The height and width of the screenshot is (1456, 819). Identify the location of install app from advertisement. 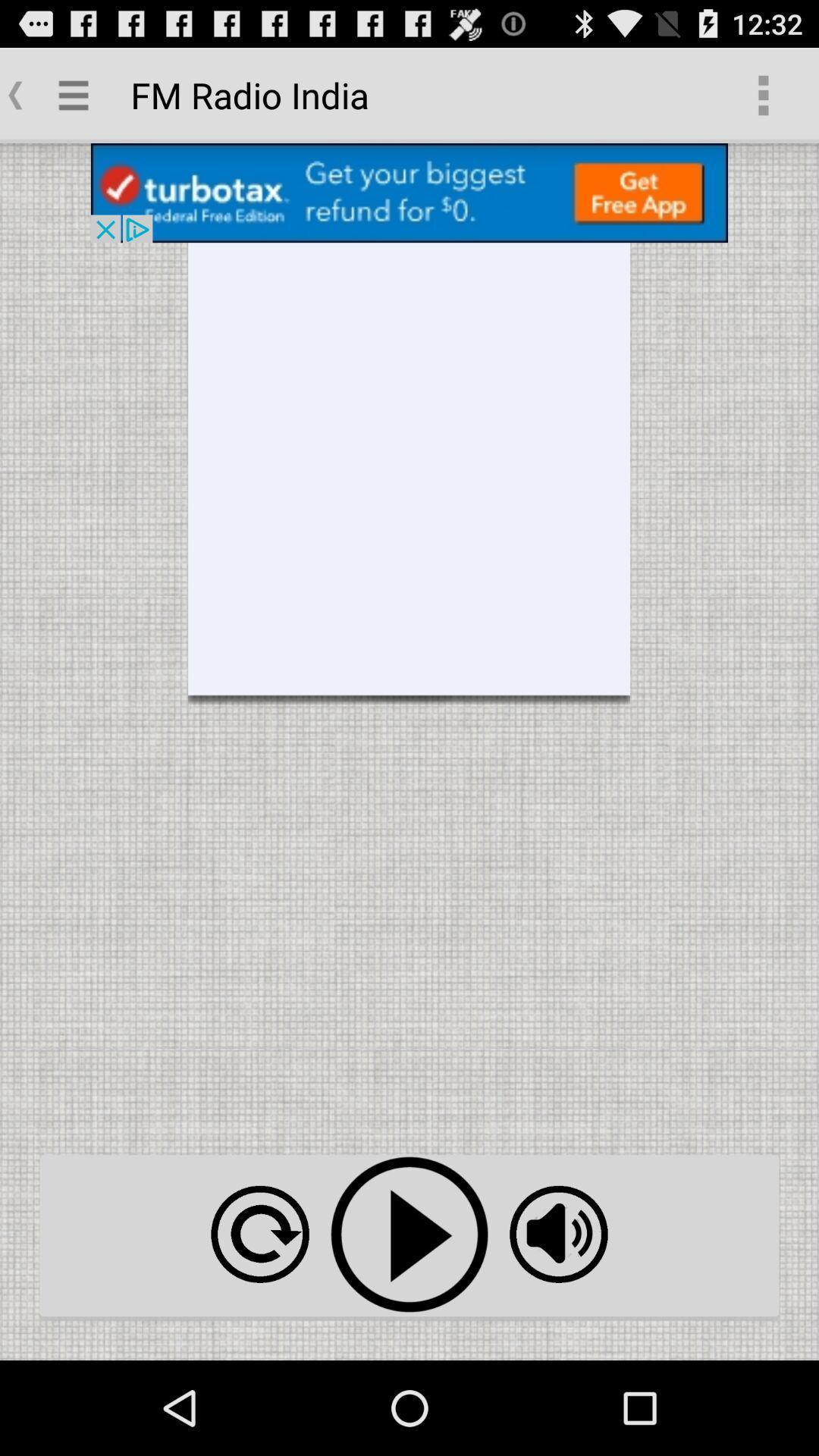
(409, 192).